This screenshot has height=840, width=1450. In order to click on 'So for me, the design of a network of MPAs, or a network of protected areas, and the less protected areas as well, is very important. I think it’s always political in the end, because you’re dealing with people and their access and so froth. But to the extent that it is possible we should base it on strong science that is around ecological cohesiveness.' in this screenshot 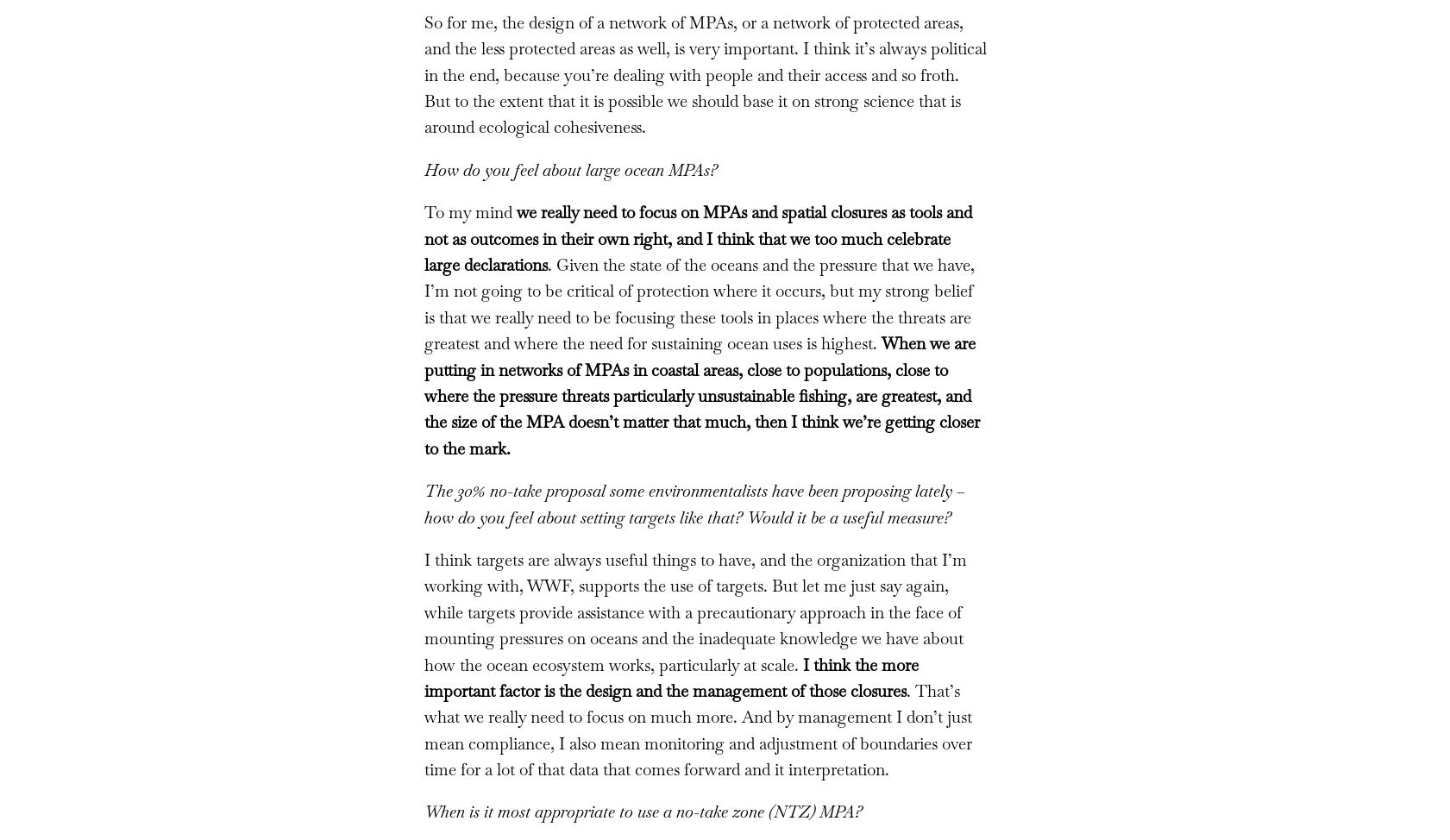, I will do `click(704, 73)`.